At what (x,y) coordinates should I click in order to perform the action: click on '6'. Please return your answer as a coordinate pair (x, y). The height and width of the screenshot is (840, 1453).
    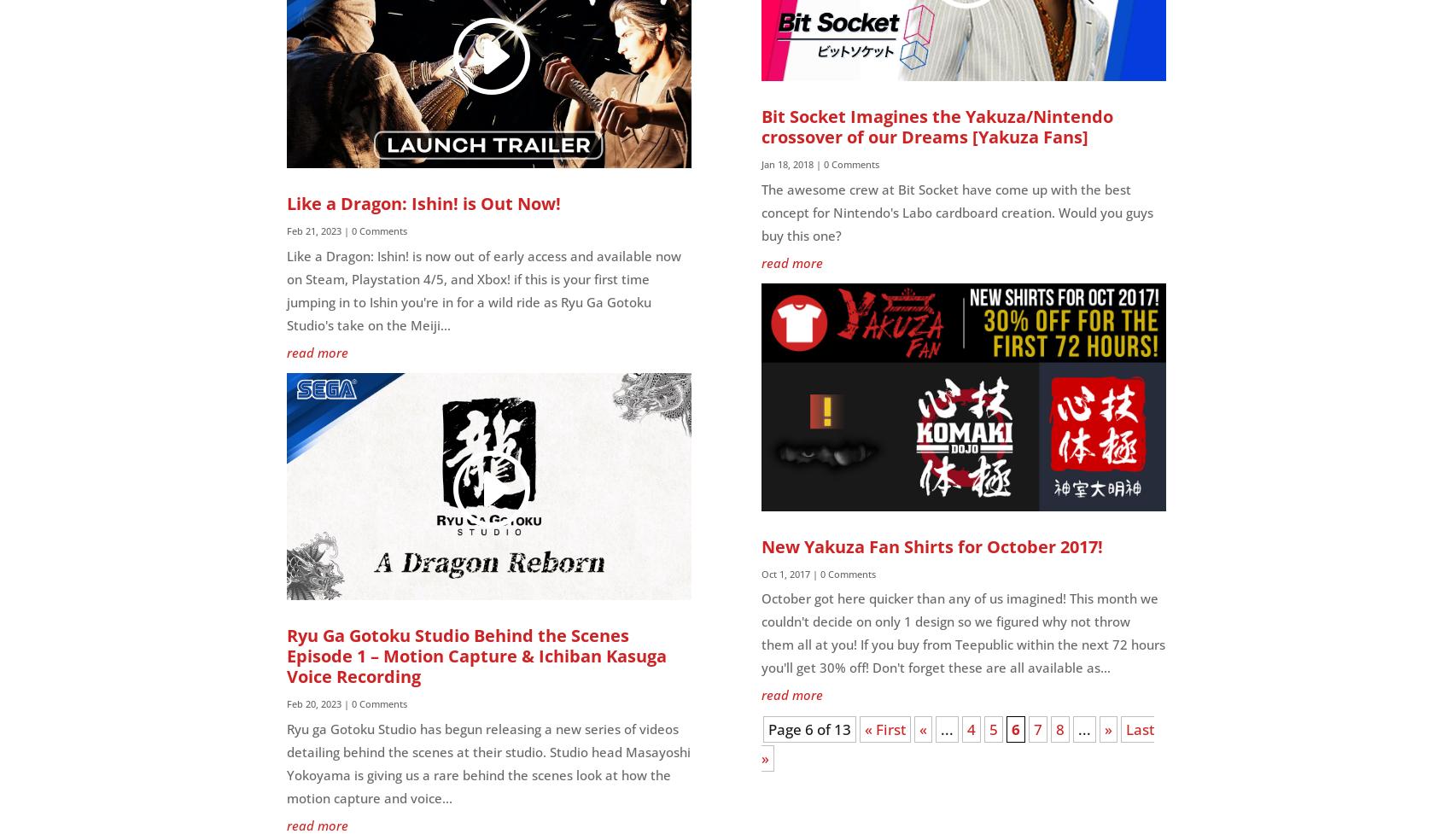
    Looking at the image, I should click on (1011, 728).